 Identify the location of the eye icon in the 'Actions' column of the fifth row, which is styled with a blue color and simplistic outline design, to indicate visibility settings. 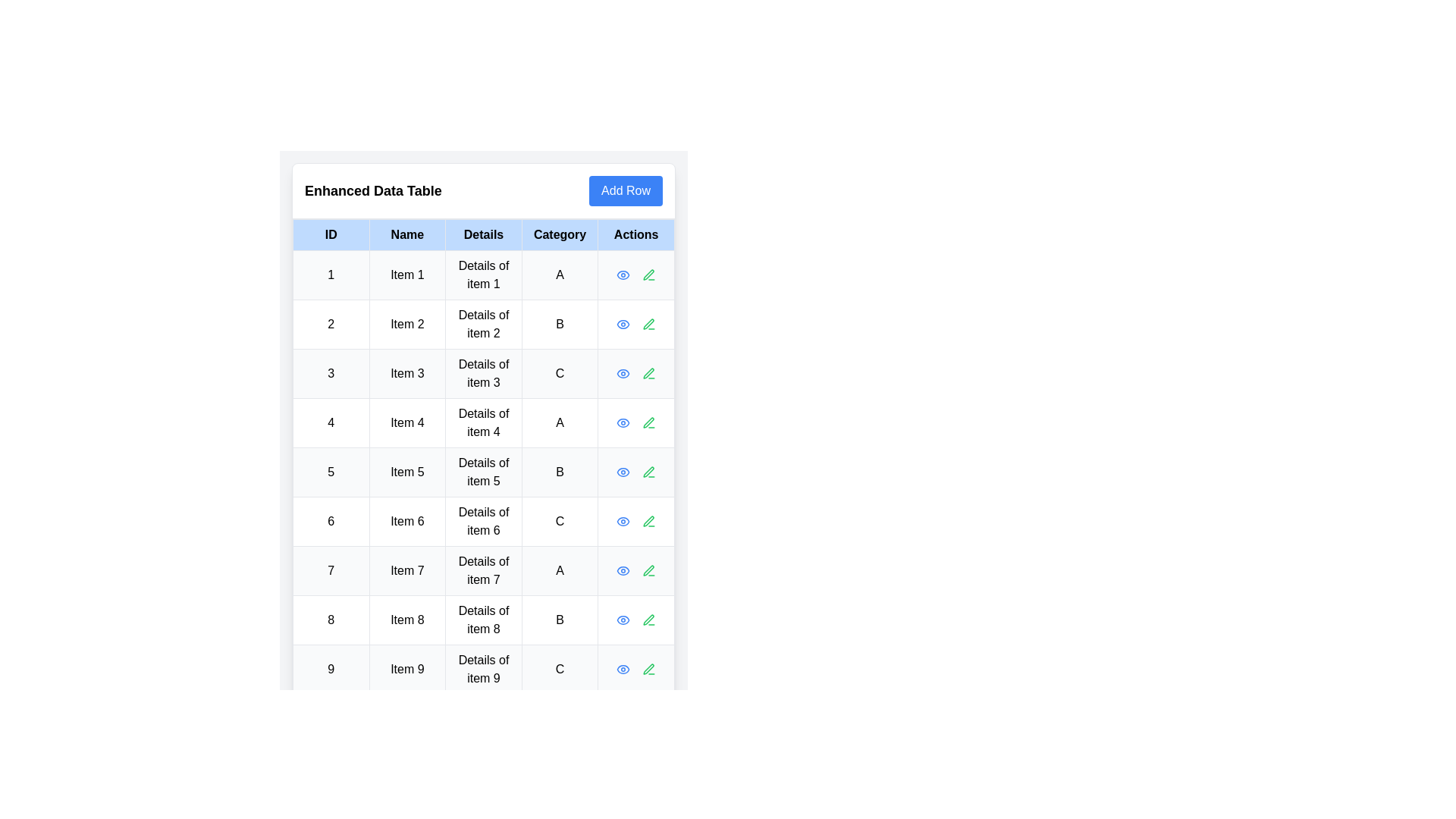
(623, 472).